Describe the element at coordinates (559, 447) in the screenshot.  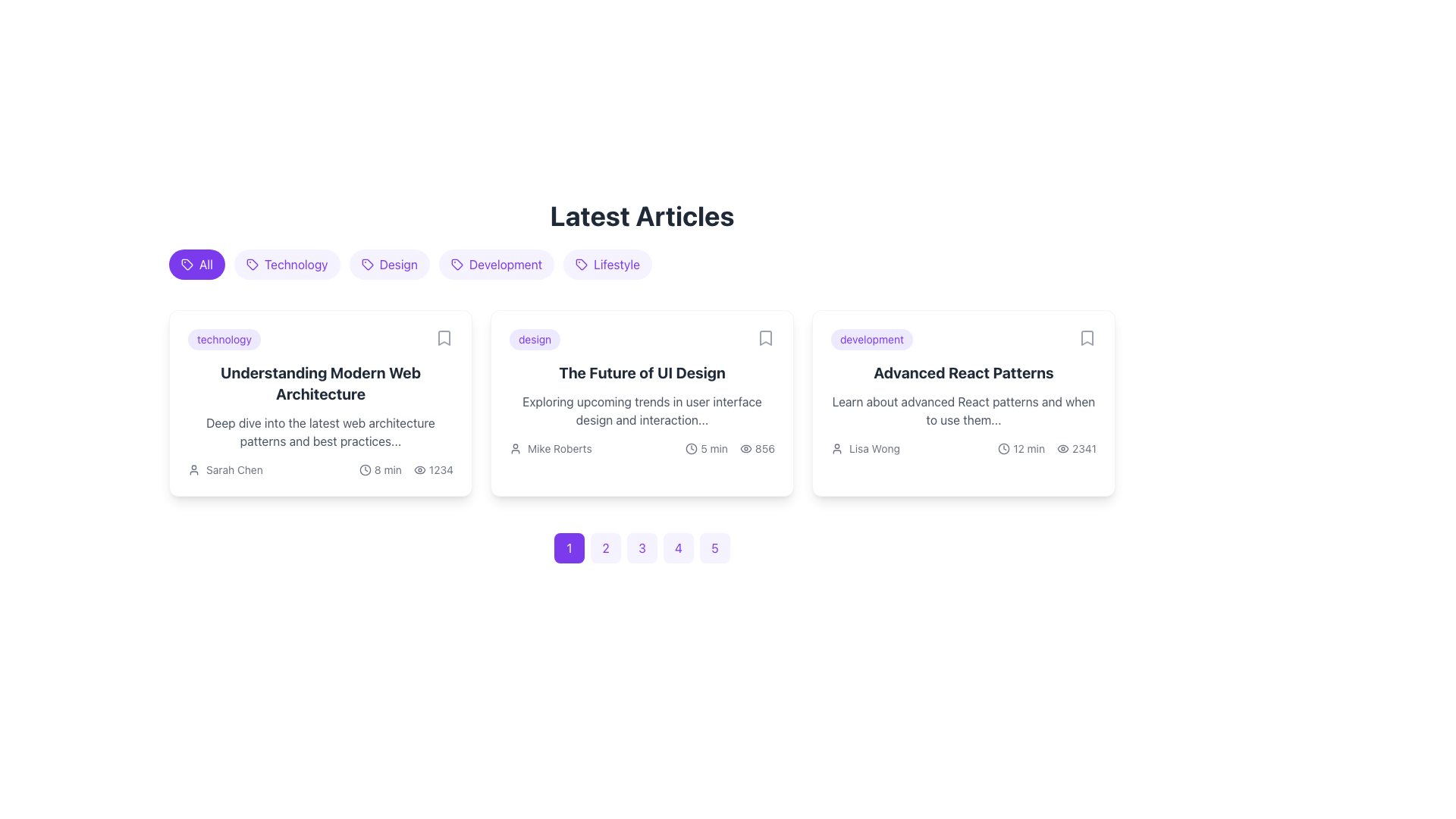
I see `visible text of the Text Label displaying 'Mike Roberts', which is positioned to the right of a user icon within an article card` at that location.